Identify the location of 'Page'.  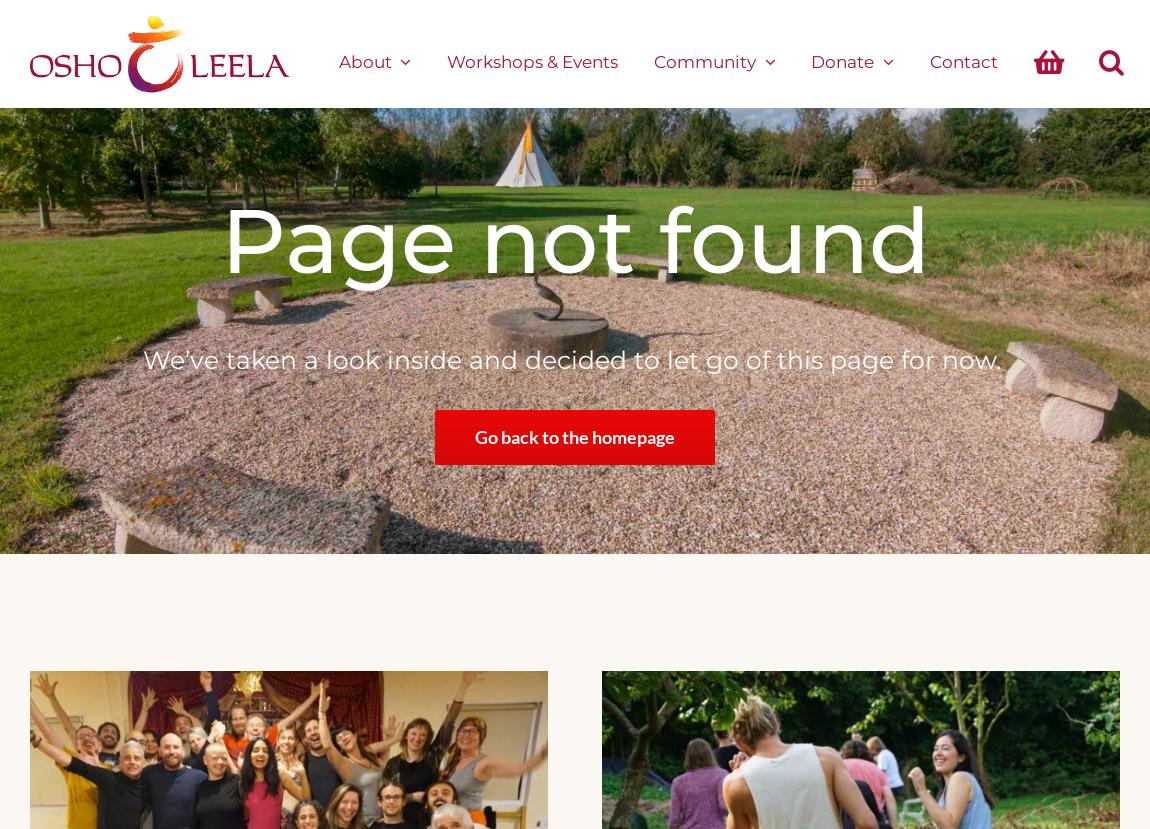
(337, 239).